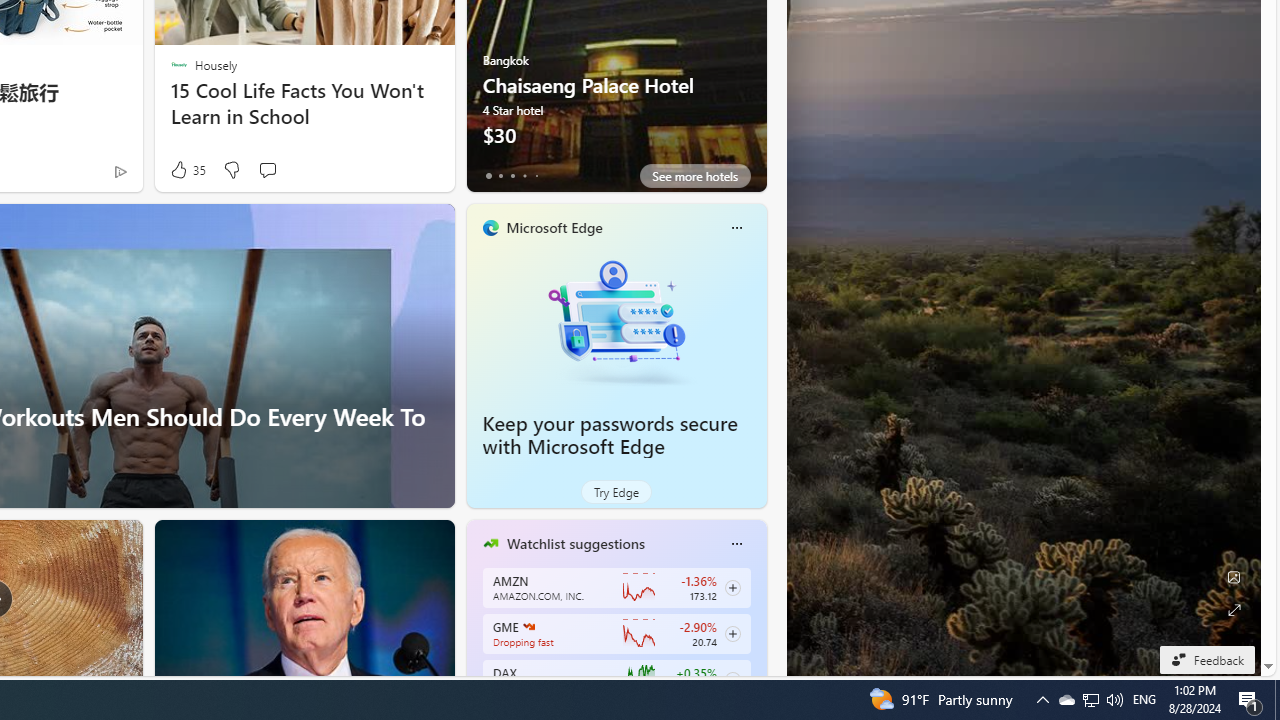 This screenshot has width=1280, height=720. Describe the element at coordinates (528, 625) in the screenshot. I see `'GAMESTOP CORP.'` at that location.